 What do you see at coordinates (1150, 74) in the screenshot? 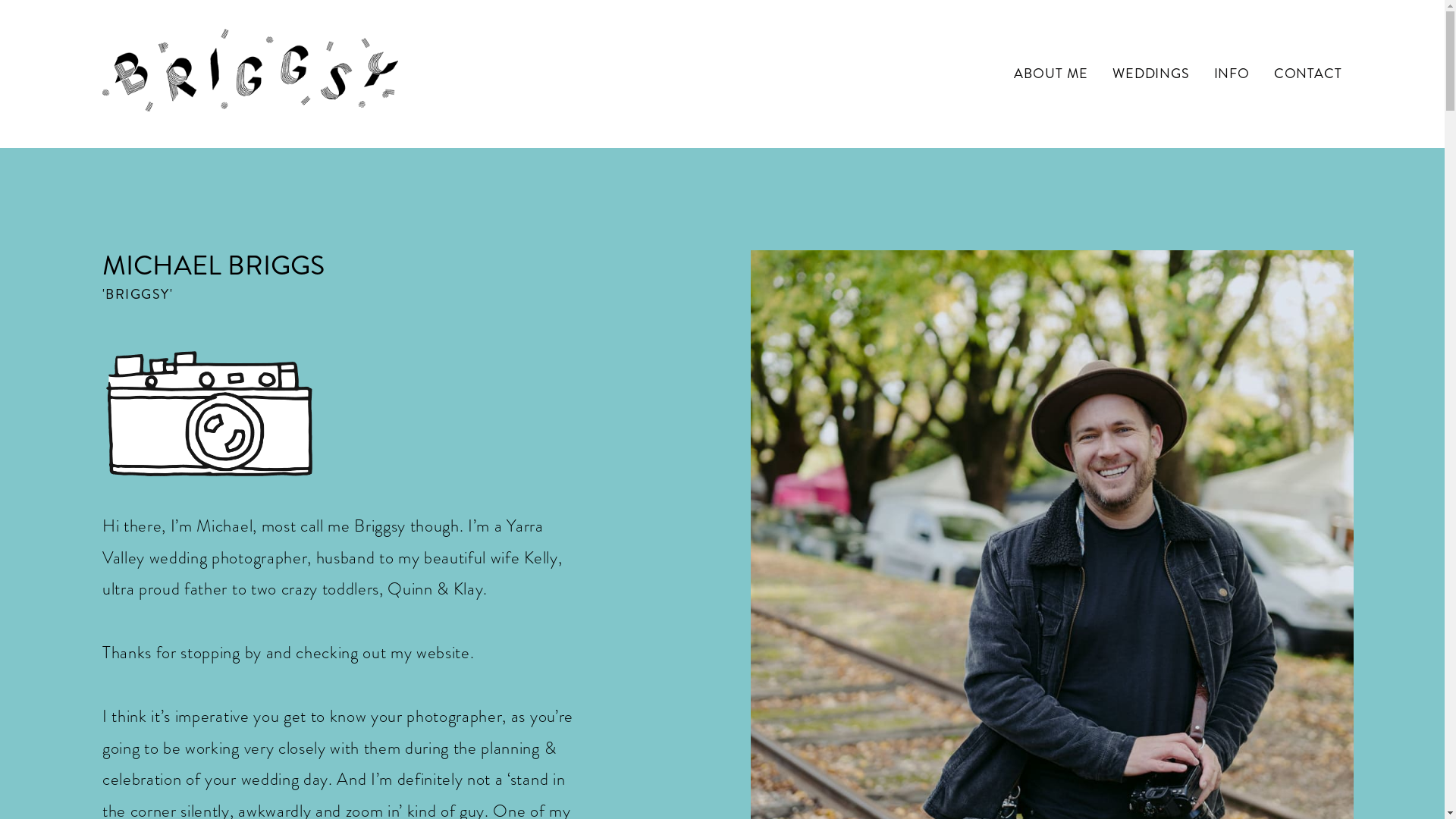
I see `'WEDDINGS'` at bounding box center [1150, 74].